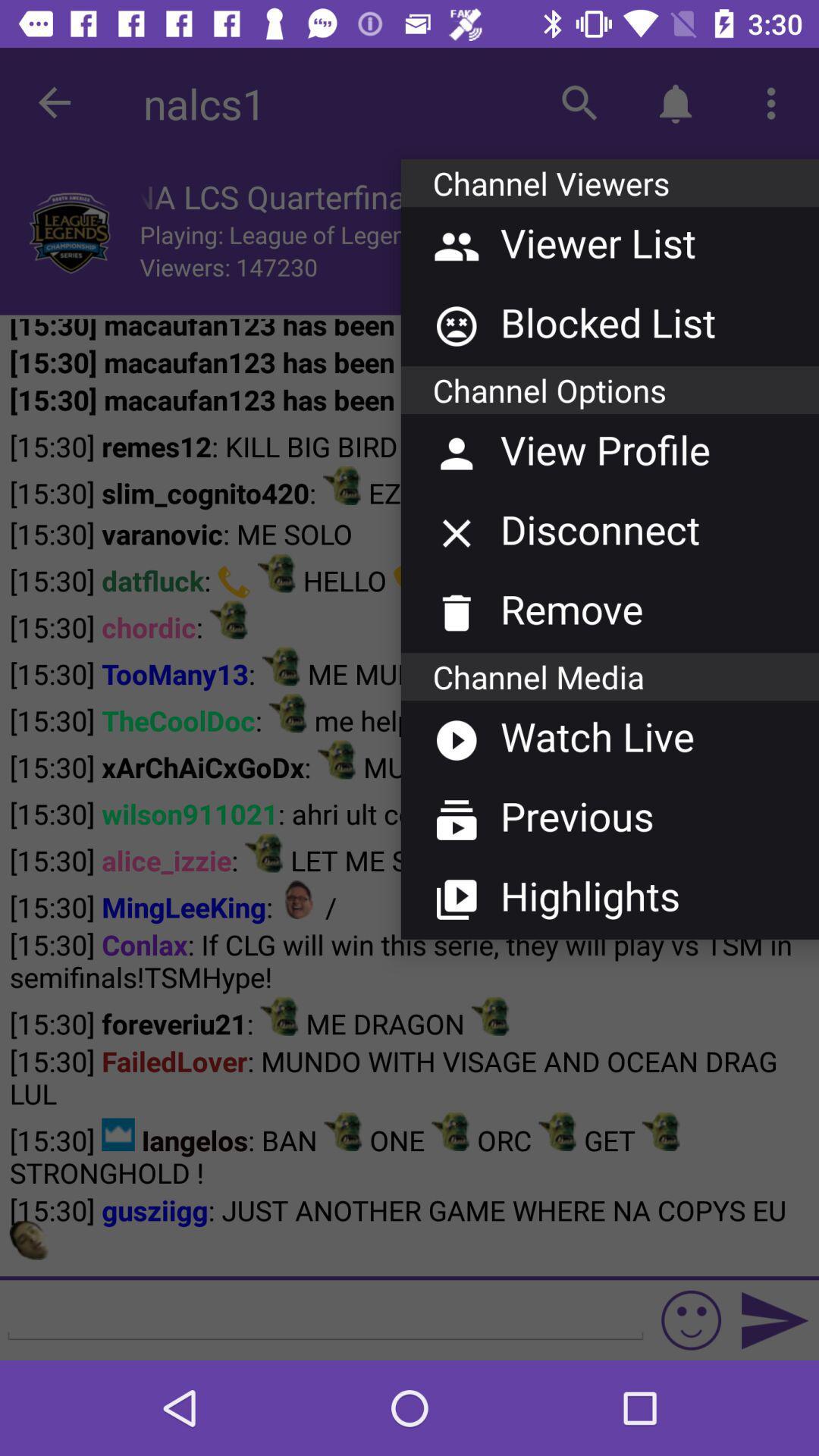  What do you see at coordinates (775, 1319) in the screenshot?
I see `the send icon` at bounding box center [775, 1319].